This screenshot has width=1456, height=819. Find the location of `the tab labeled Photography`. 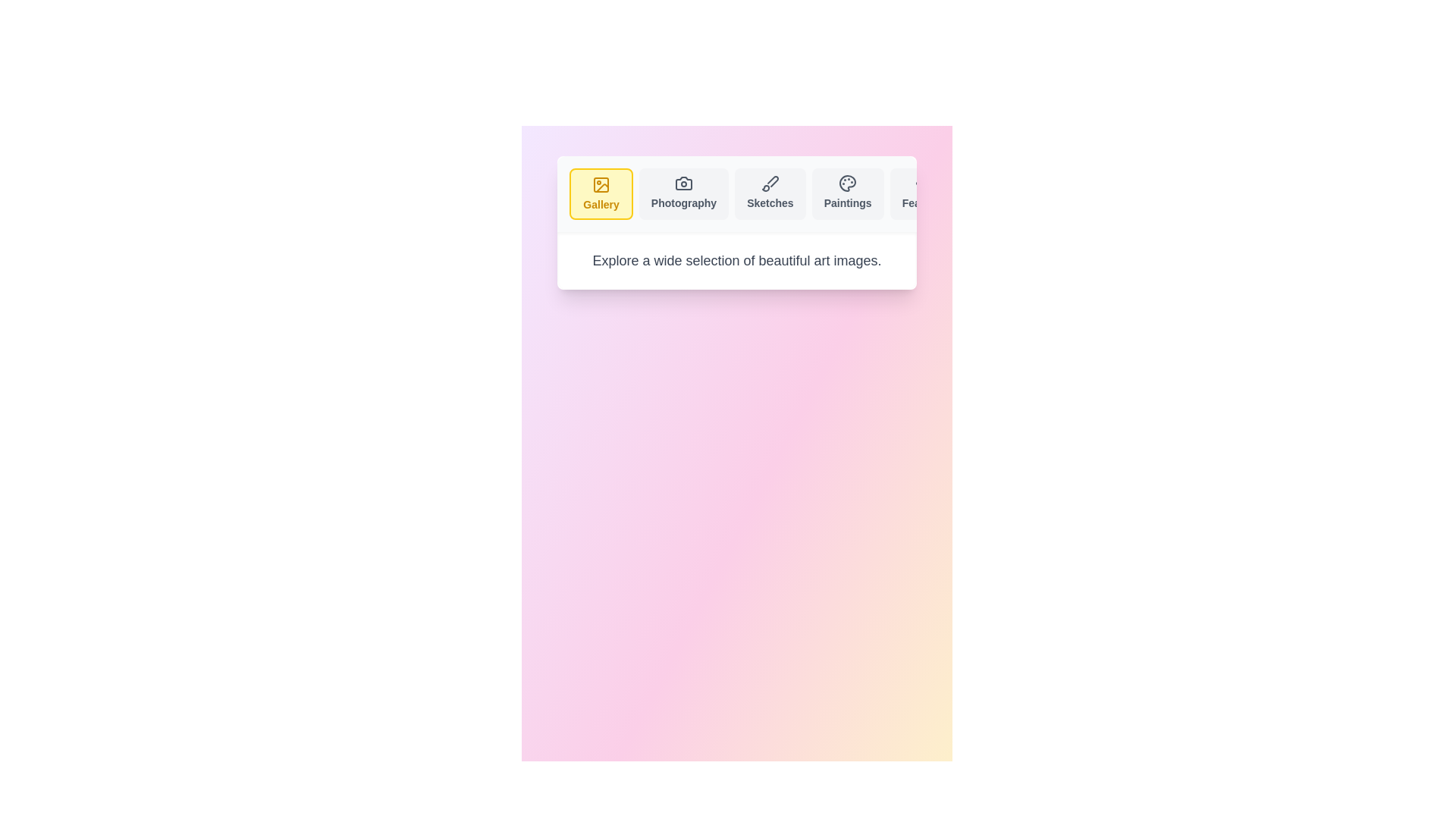

the tab labeled Photography is located at coordinates (683, 193).